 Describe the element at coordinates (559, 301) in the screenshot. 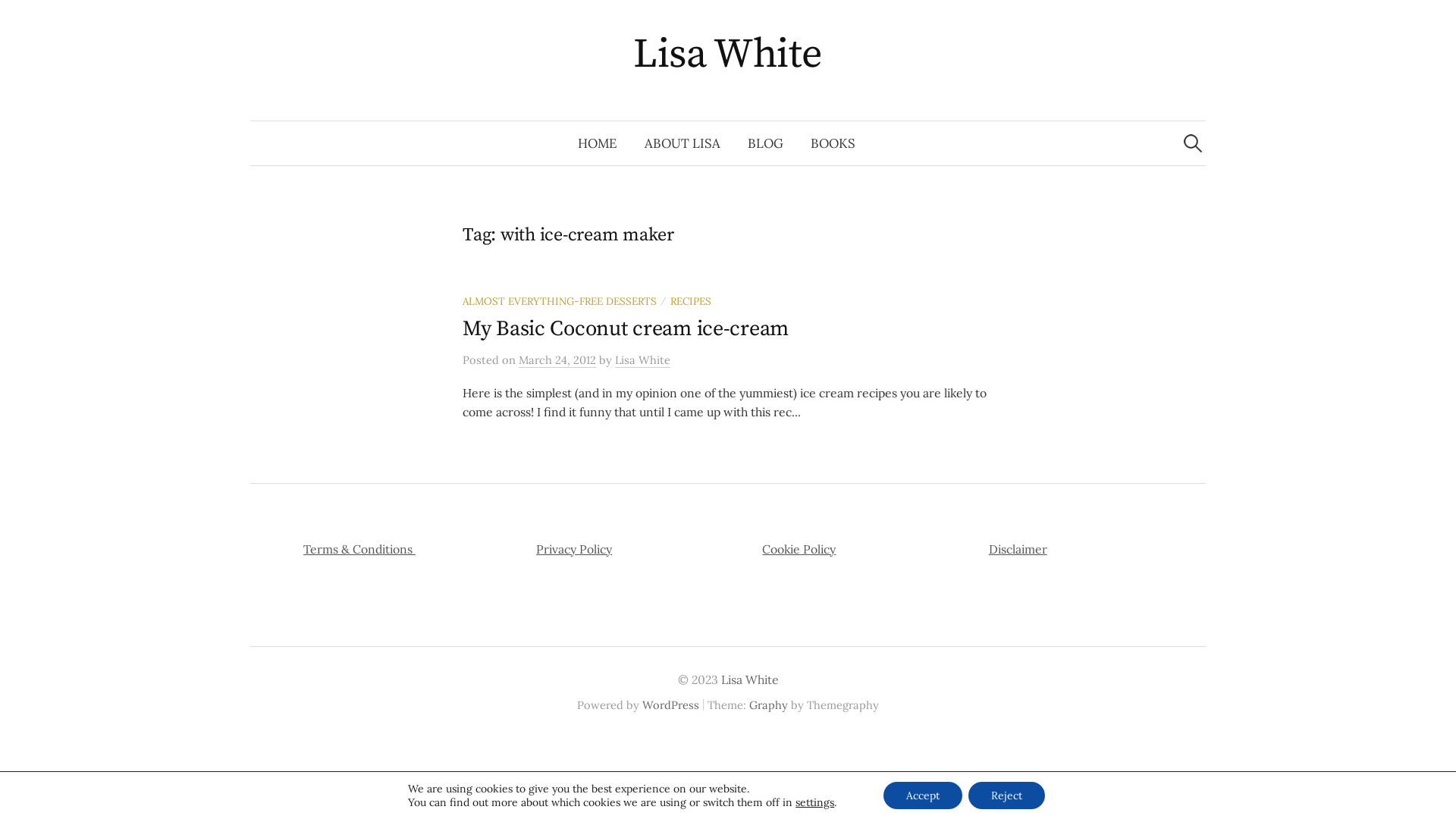

I see `'ALMOST EVERYTHING-FREE DESSERTS'` at that location.